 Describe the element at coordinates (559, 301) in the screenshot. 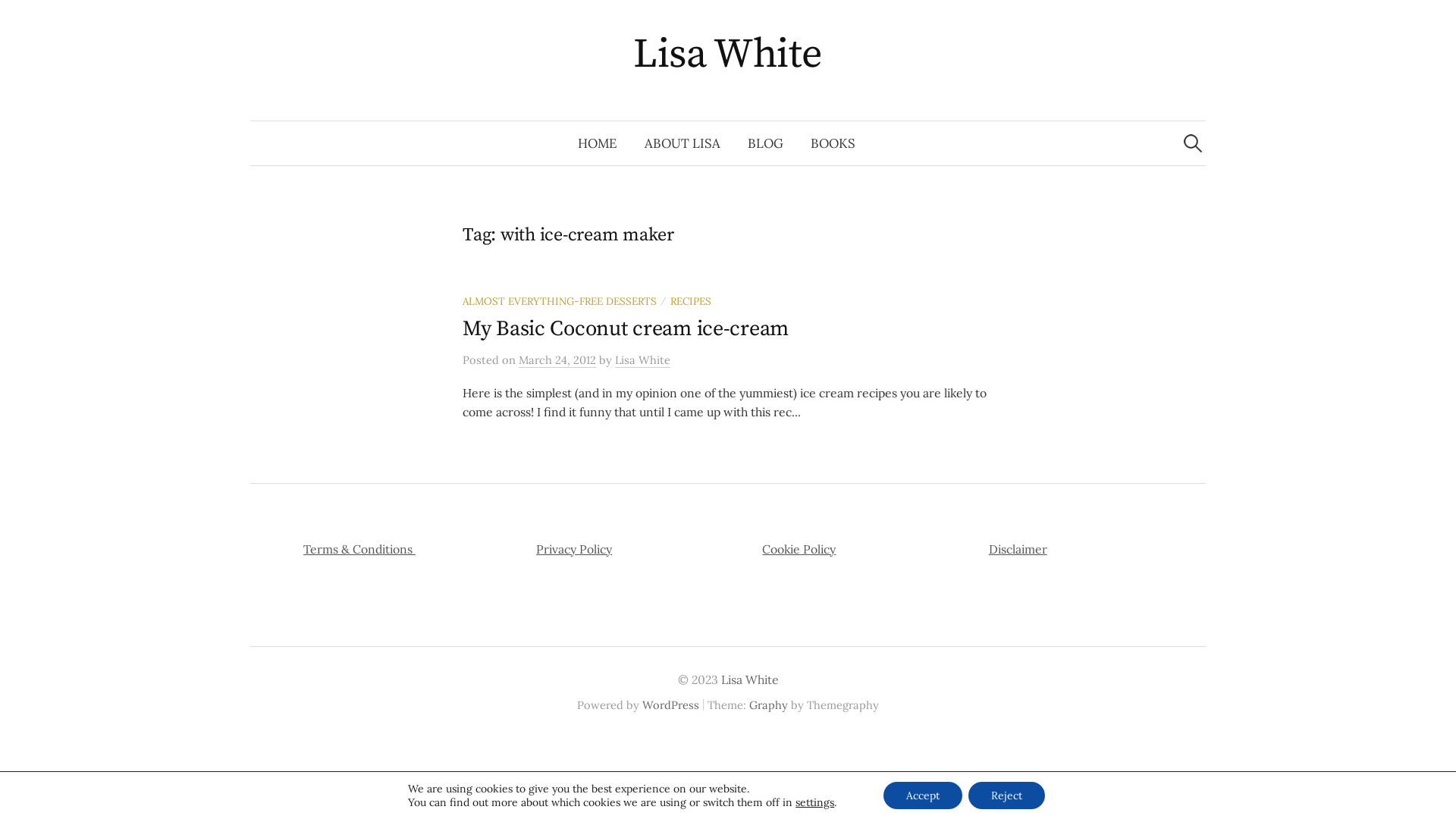

I see `'ALMOST EVERYTHING-FREE DESSERTS'` at that location.